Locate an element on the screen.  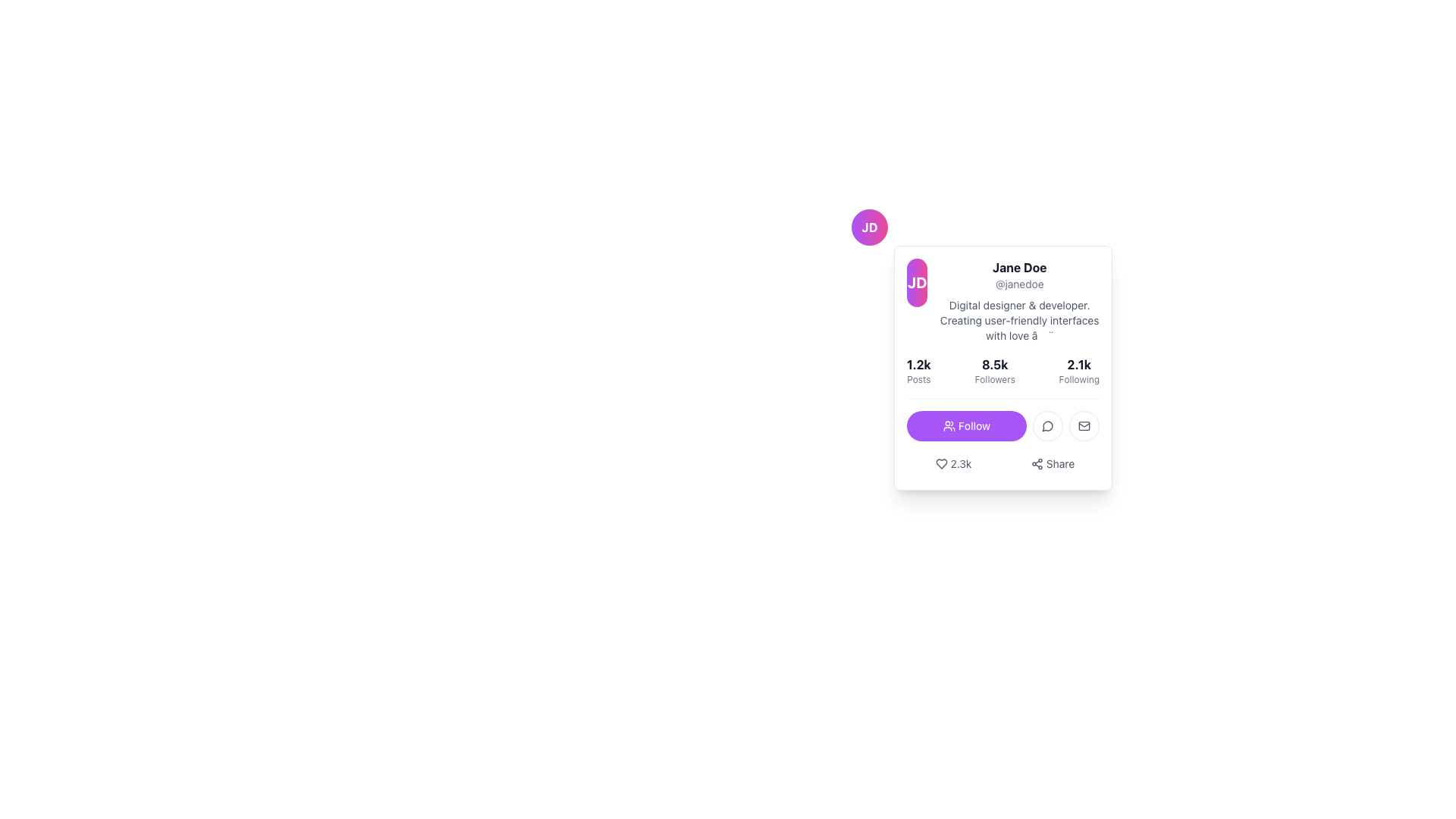
the circular speech bubble icon button with a gray color and rounded outline is located at coordinates (1047, 426).